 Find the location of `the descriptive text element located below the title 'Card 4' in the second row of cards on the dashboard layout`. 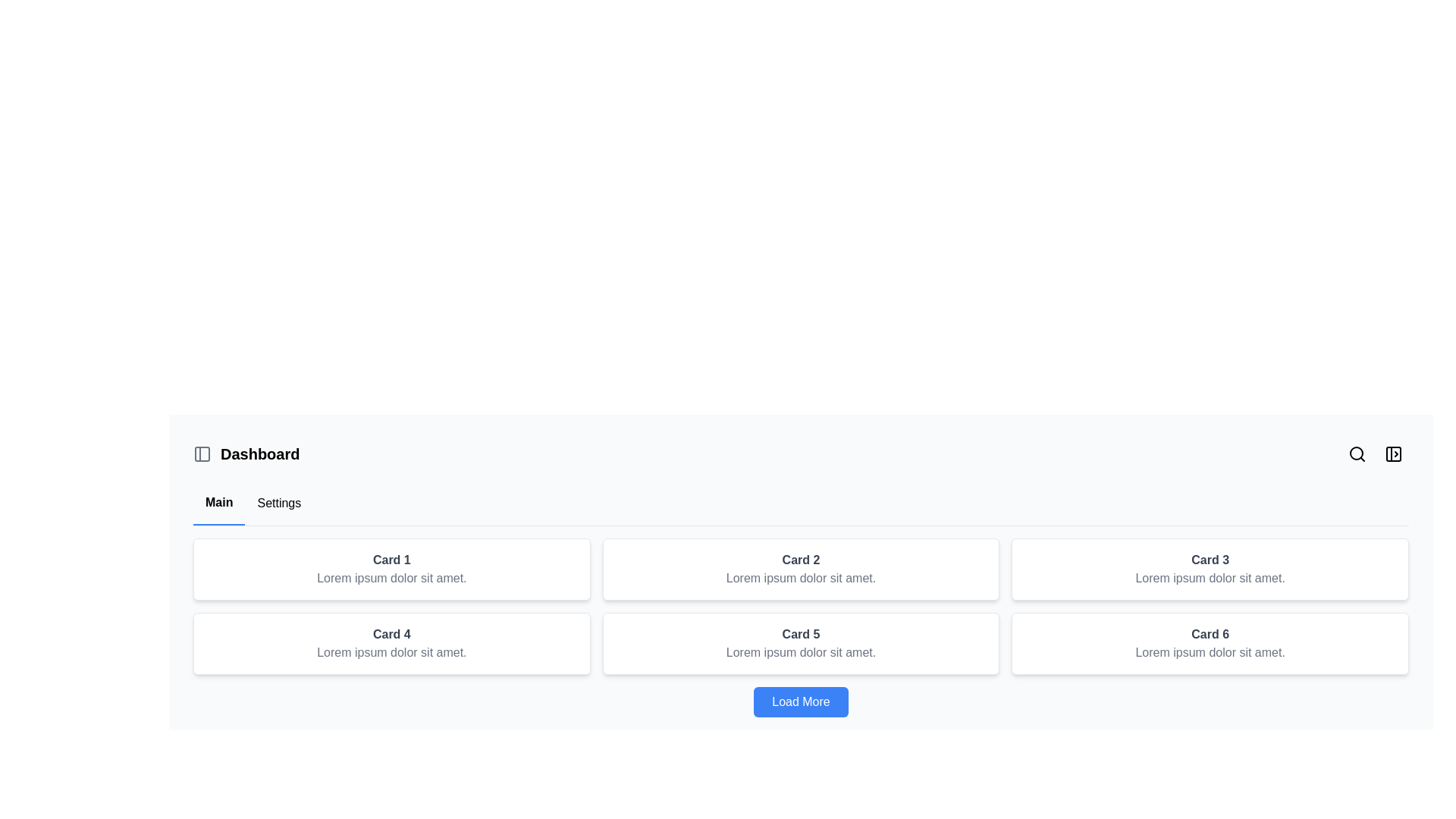

the descriptive text element located below the title 'Card 4' in the second row of cards on the dashboard layout is located at coordinates (391, 651).